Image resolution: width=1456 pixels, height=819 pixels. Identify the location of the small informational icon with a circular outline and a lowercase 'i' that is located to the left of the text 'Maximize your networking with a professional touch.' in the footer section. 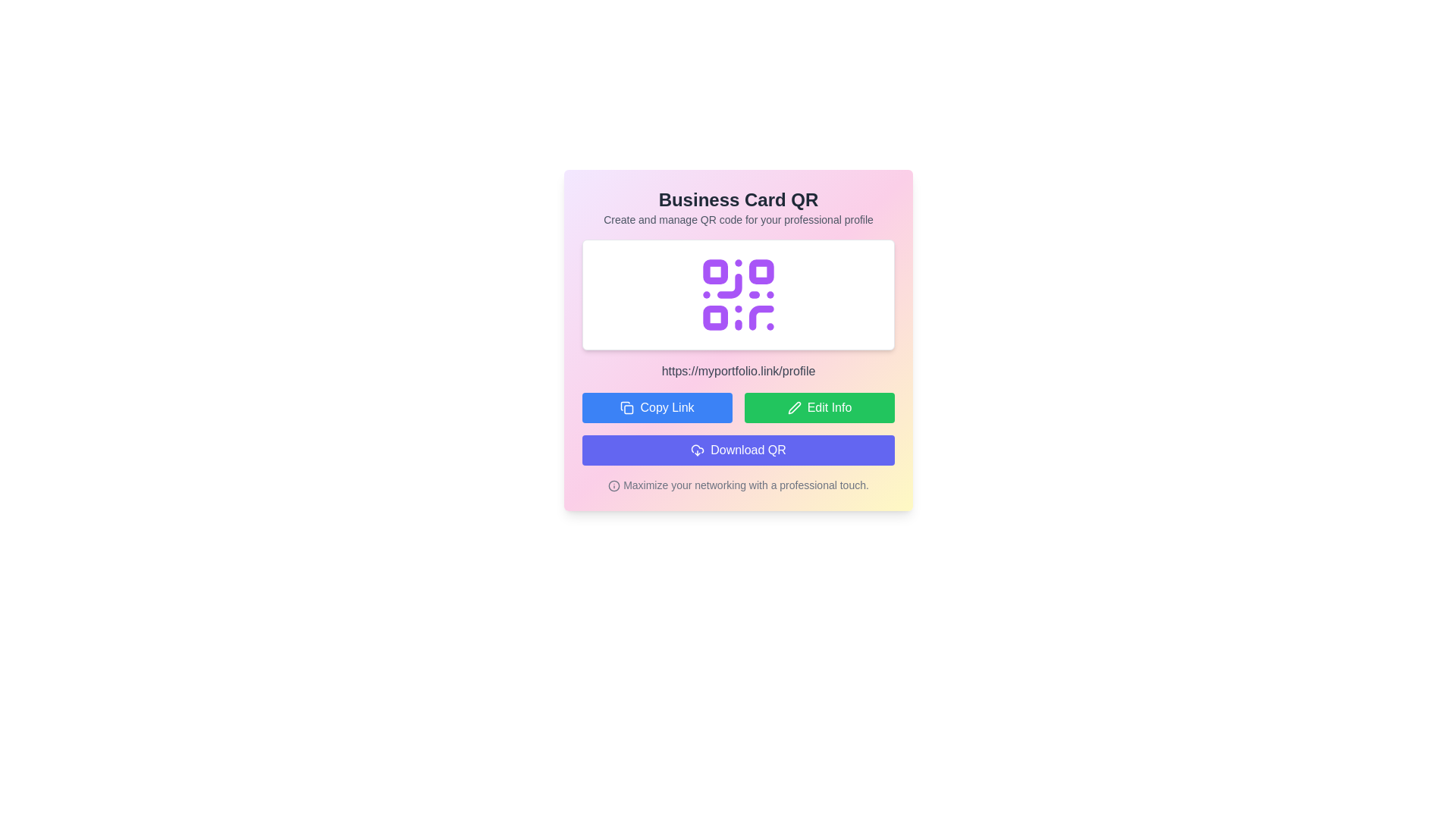
(614, 486).